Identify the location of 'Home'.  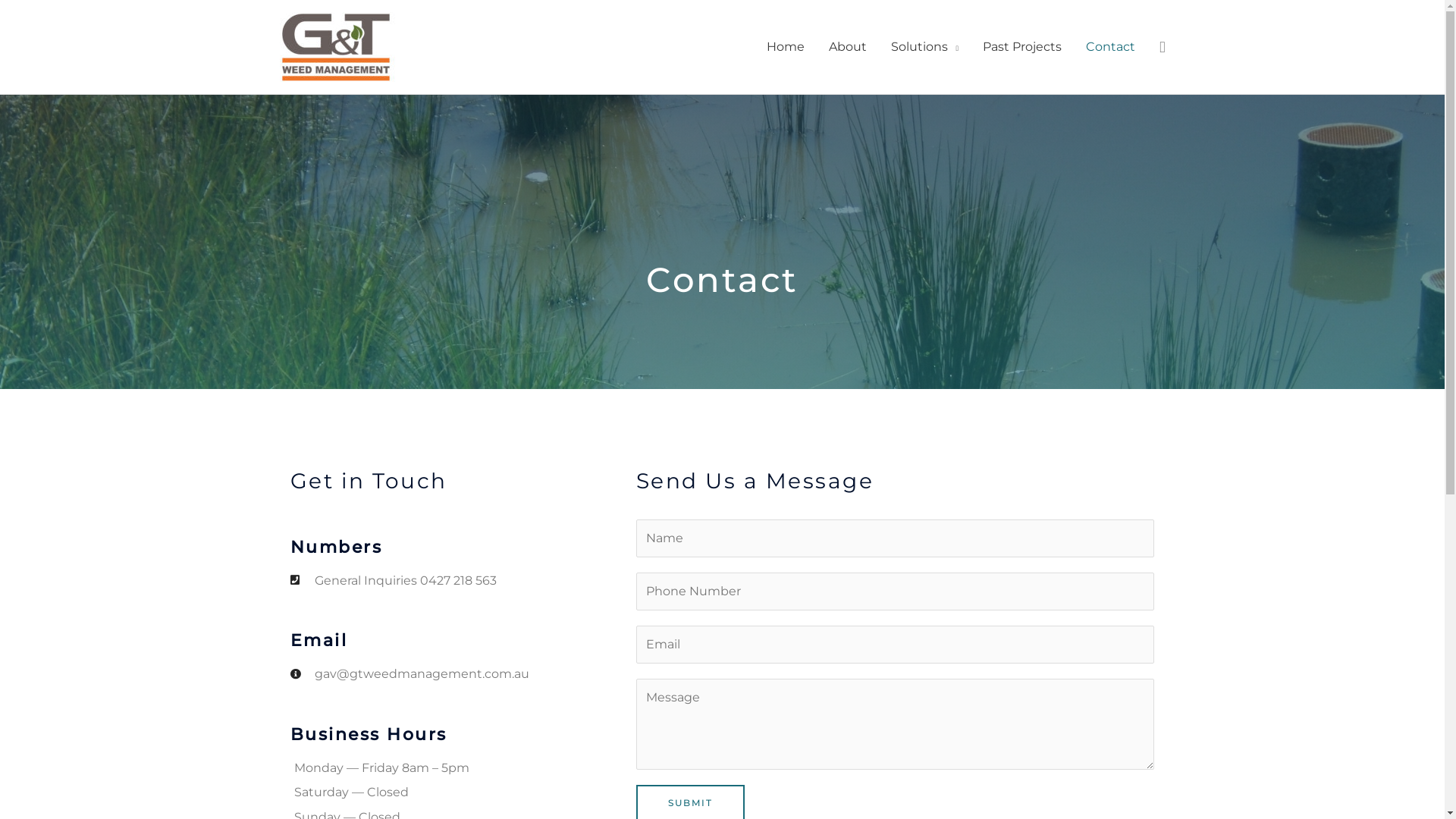
(786, 45).